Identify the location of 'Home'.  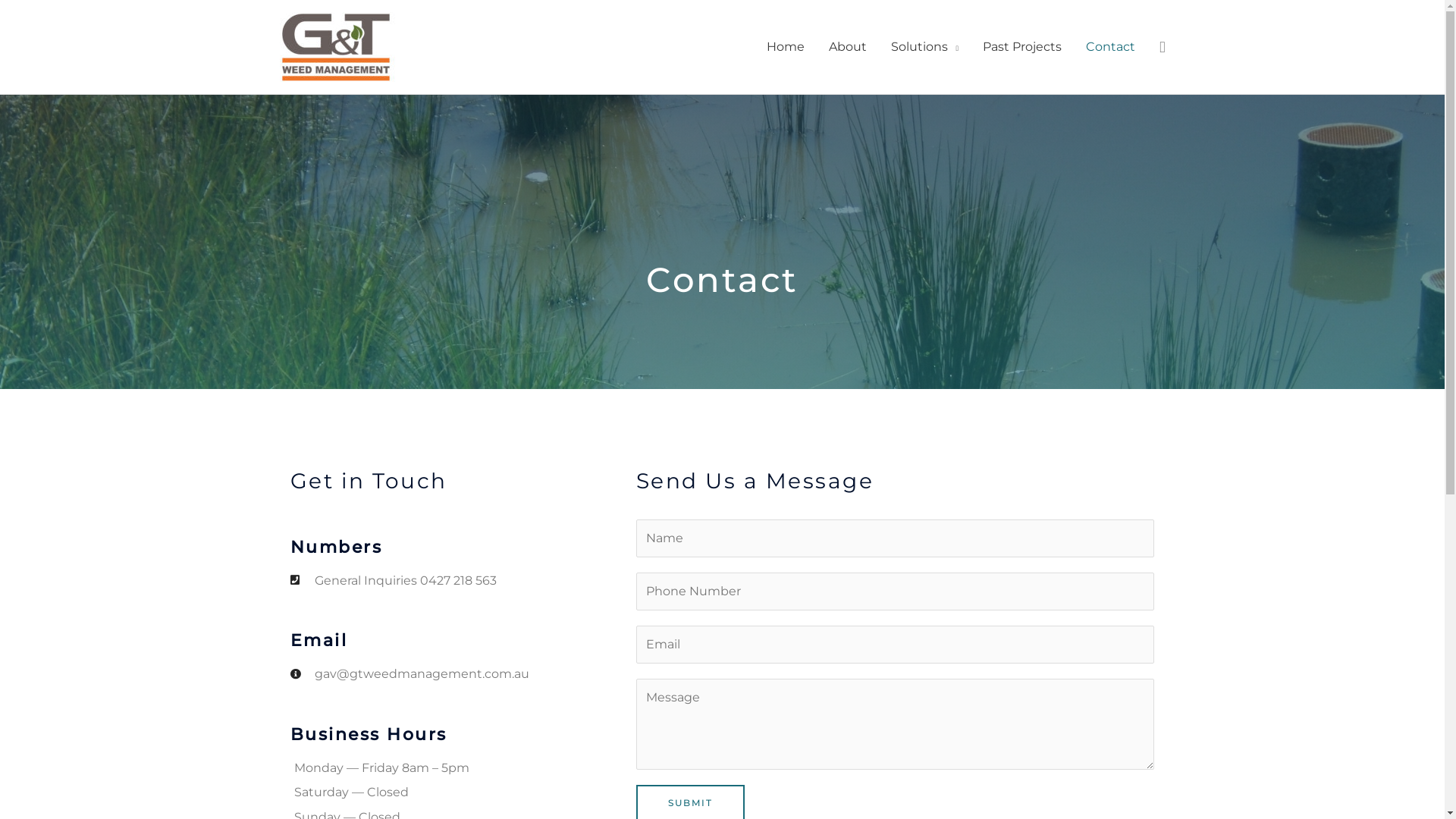
(786, 45).